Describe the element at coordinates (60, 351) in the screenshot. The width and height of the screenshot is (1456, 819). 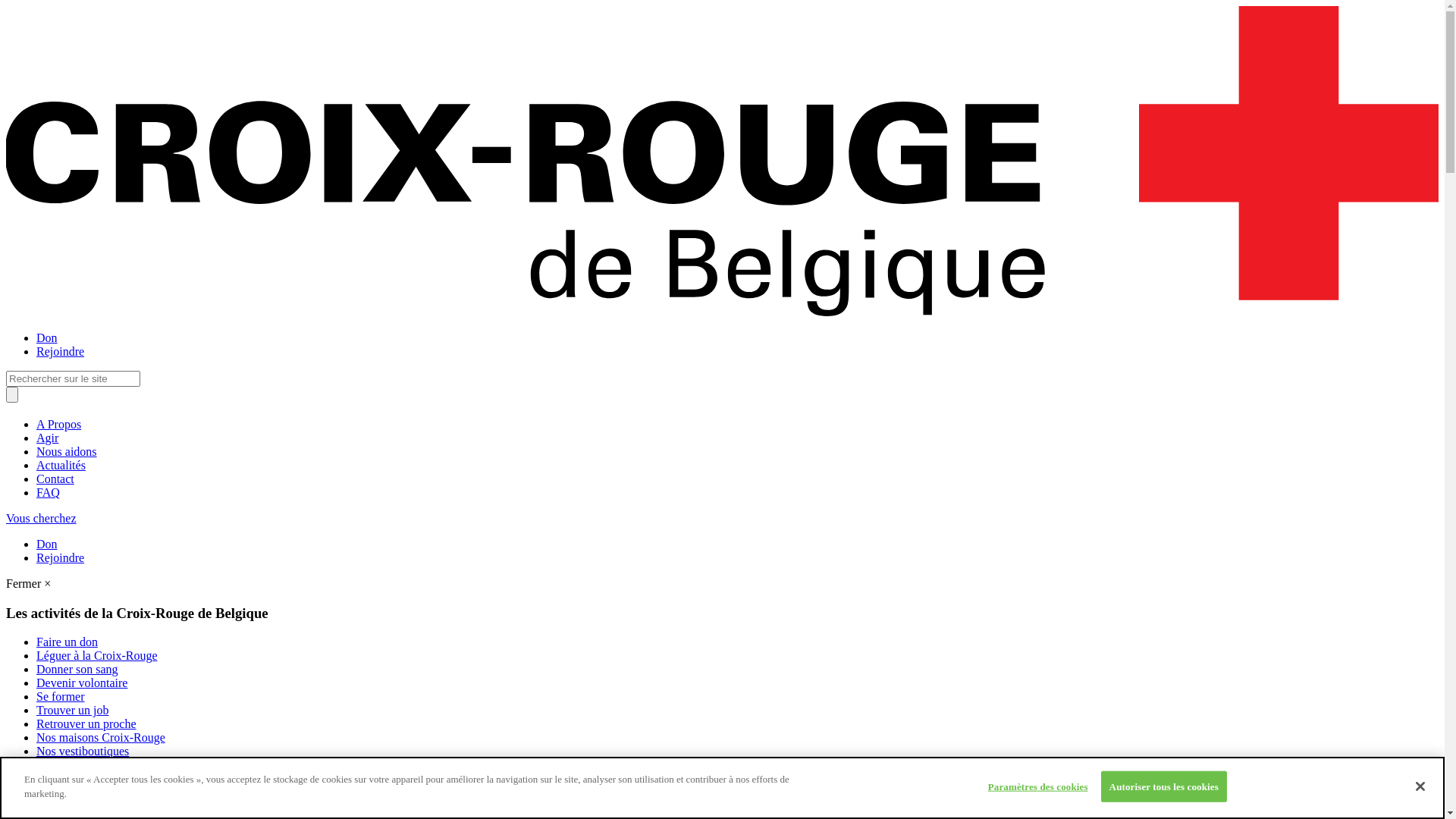
I see `'Rejoindre'` at that location.